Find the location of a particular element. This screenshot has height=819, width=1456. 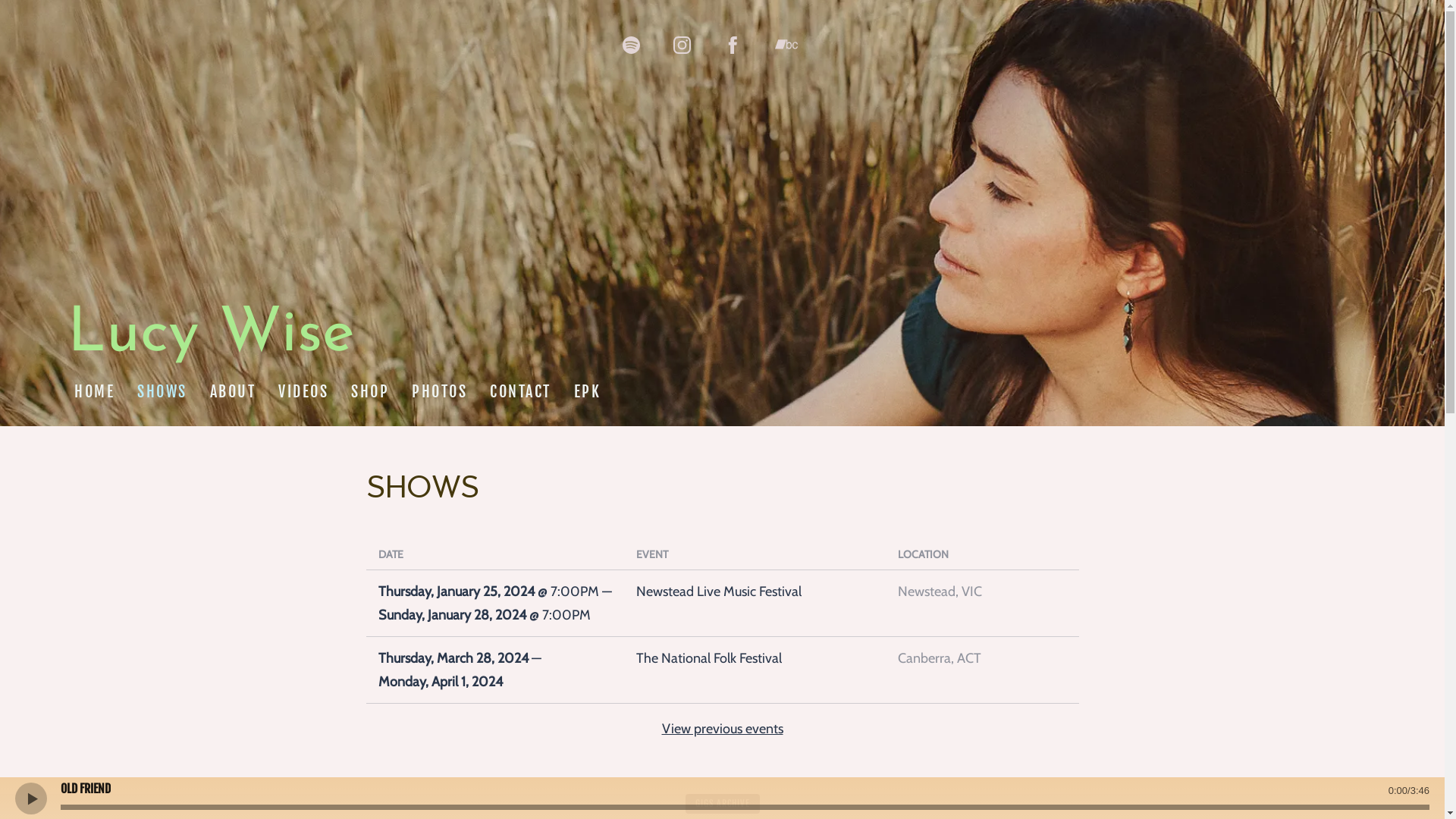

'HOME' is located at coordinates (93, 391).